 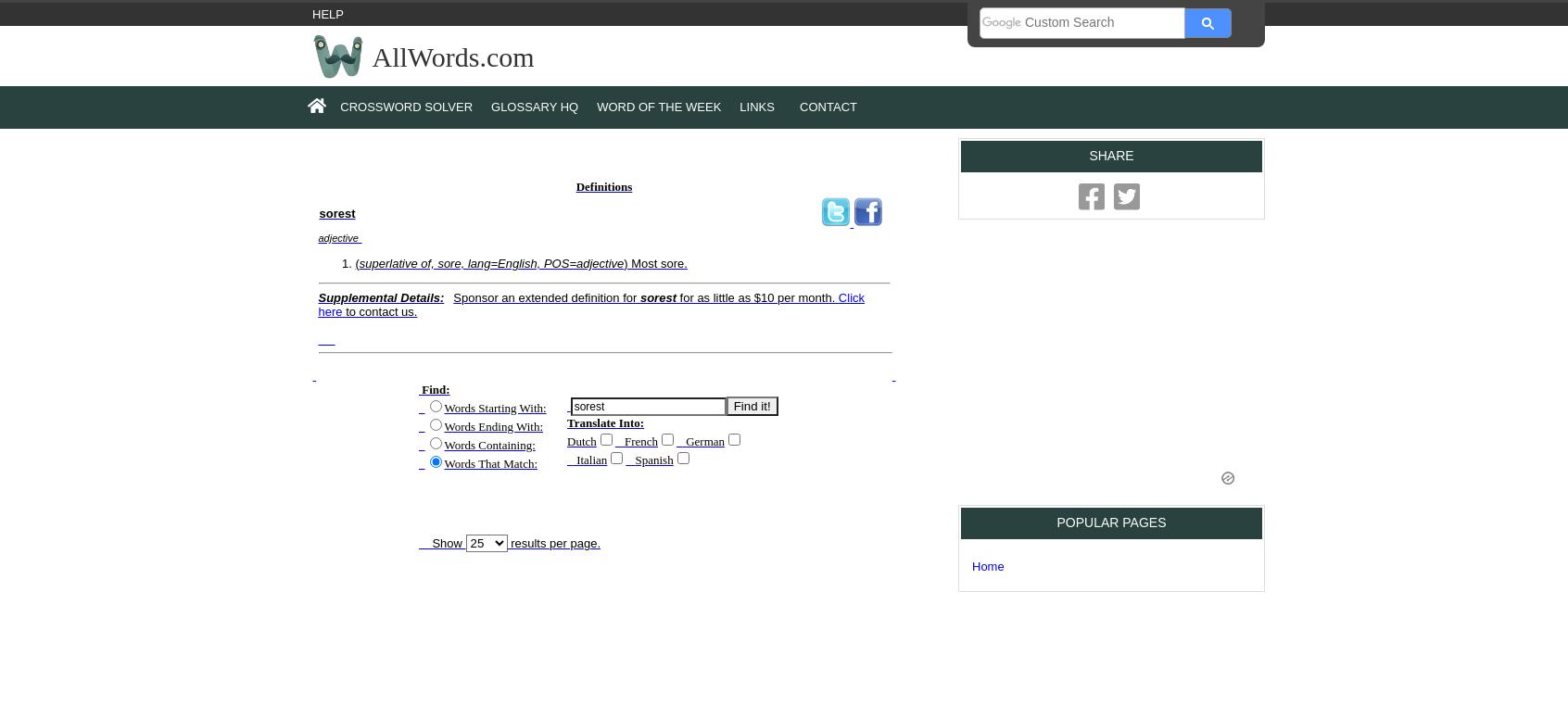 I want to click on 'Supplemental Details:', so click(x=316, y=296).